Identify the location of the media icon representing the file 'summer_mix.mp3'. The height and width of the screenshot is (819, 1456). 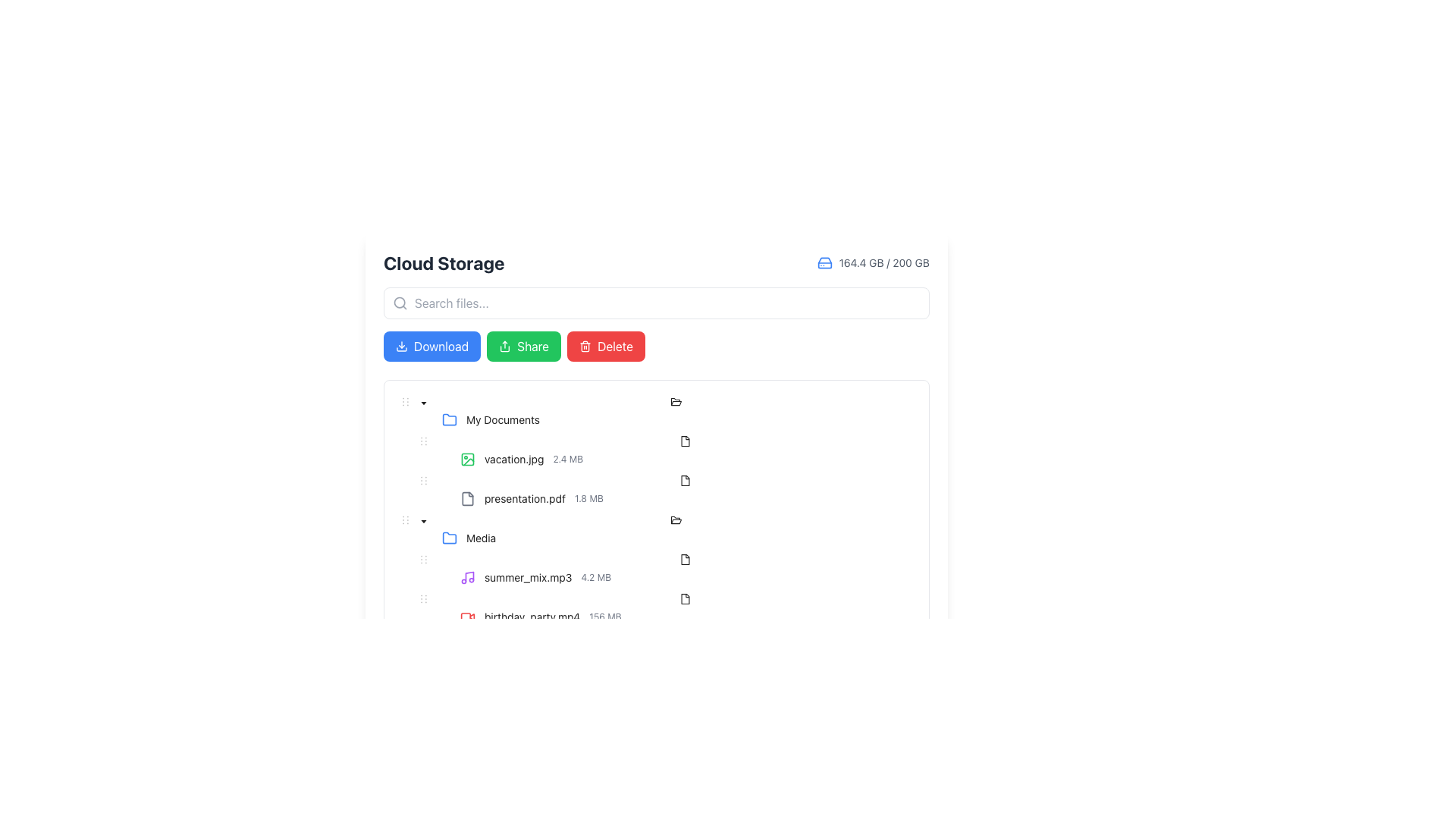
(684, 559).